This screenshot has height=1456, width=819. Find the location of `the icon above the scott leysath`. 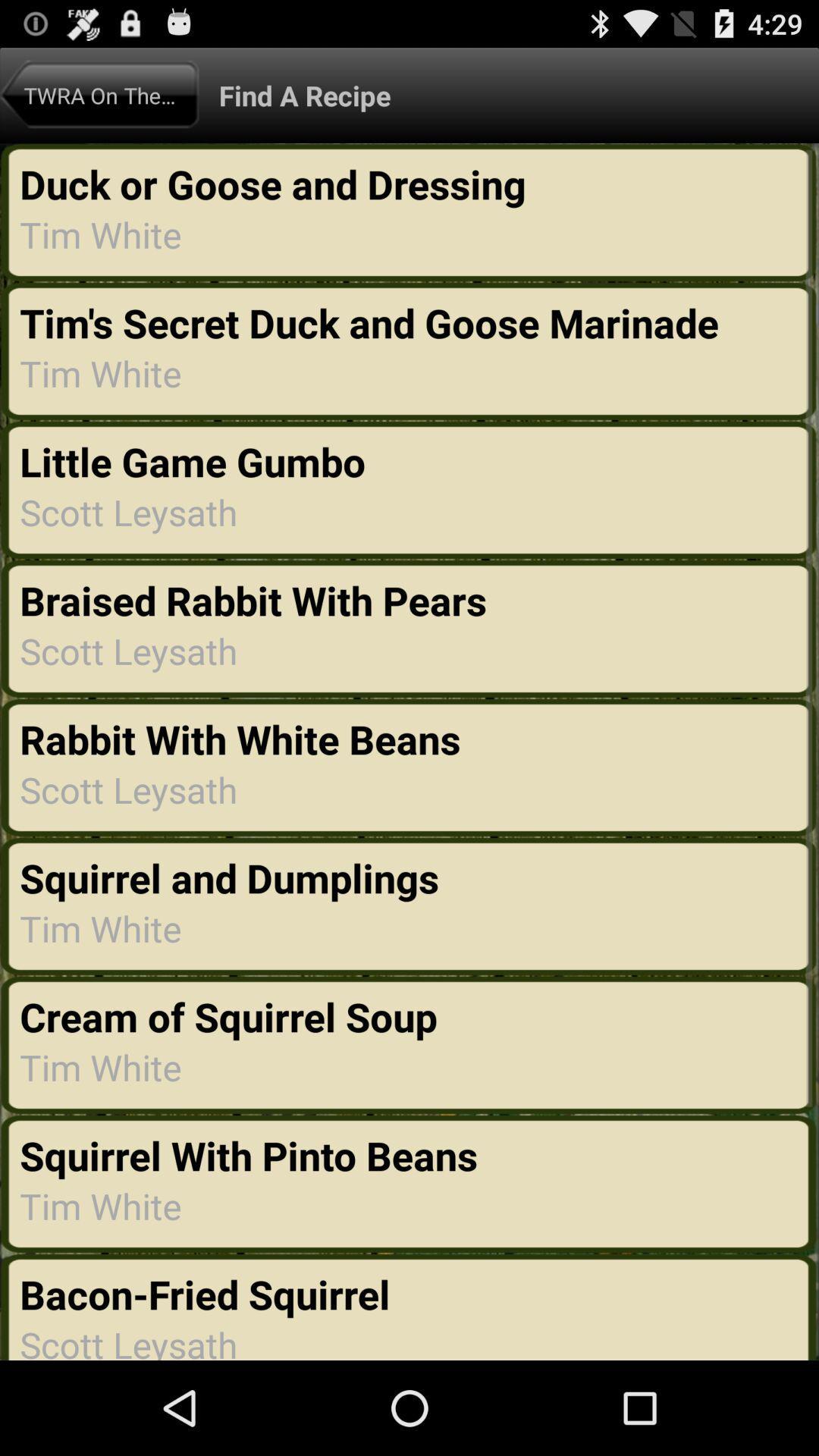

the icon above the scott leysath is located at coordinates (209, 1293).